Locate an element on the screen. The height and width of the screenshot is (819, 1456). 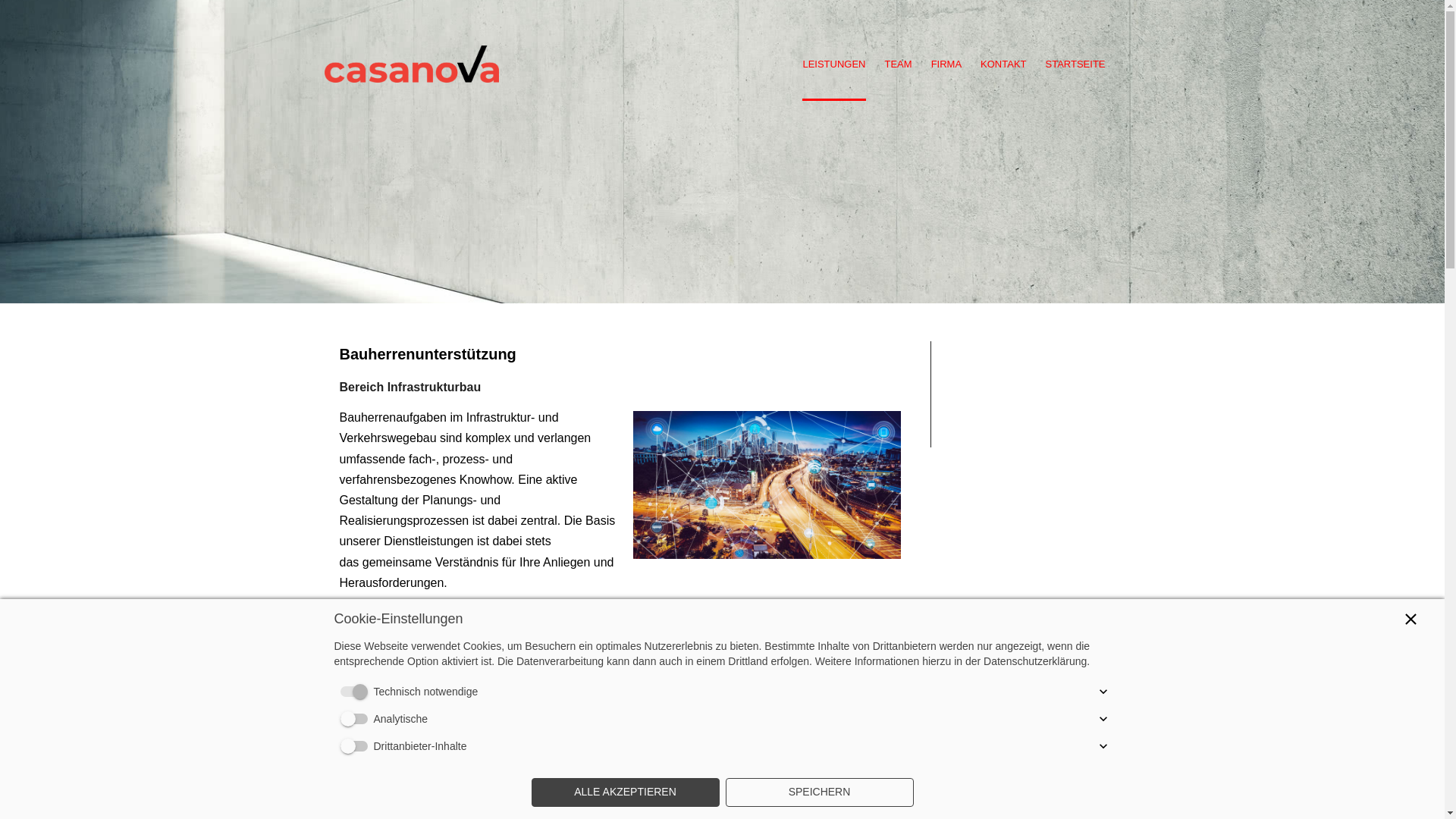
'ALLE AKZEPTIEREN' is located at coordinates (625, 792).